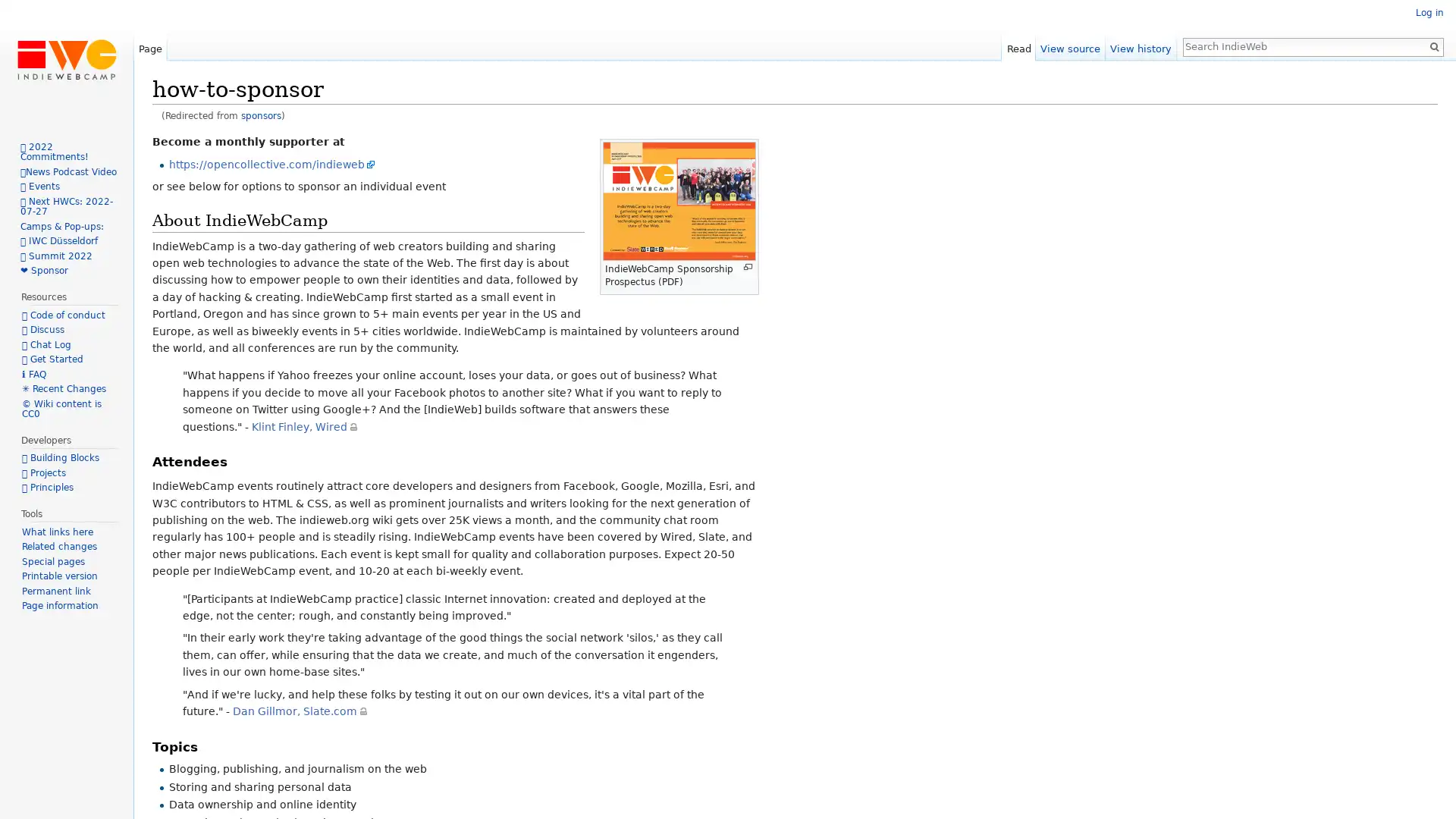 This screenshot has width=1456, height=819. I want to click on Go, so click(1433, 45).